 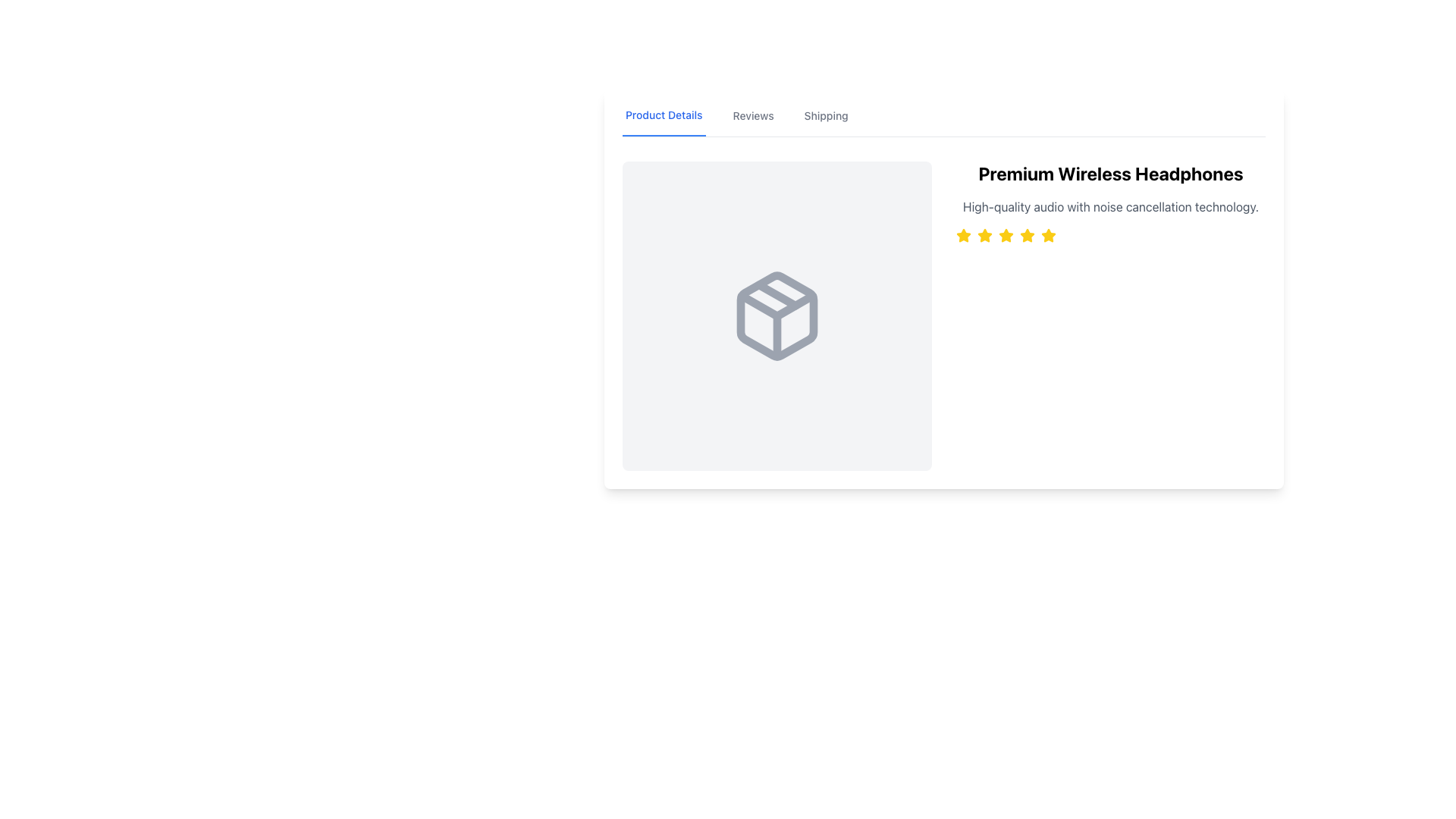 I want to click on the third star icon in the horizontal series of five star icons, which is a yellow filled star, to understand the rating, so click(x=985, y=236).